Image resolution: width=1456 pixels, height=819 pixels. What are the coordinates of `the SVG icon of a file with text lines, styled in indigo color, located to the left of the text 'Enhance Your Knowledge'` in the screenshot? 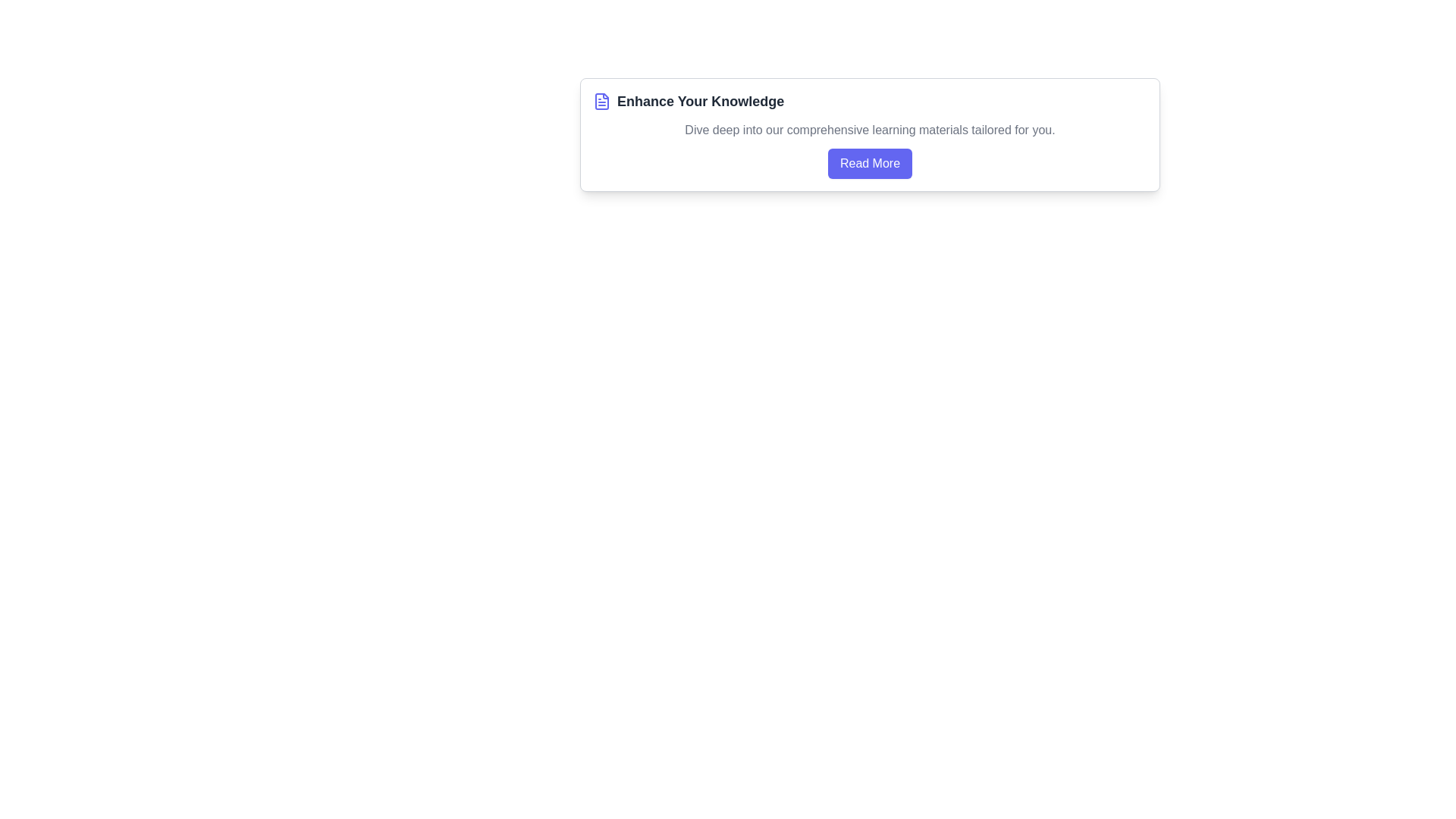 It's located at (601, 102).